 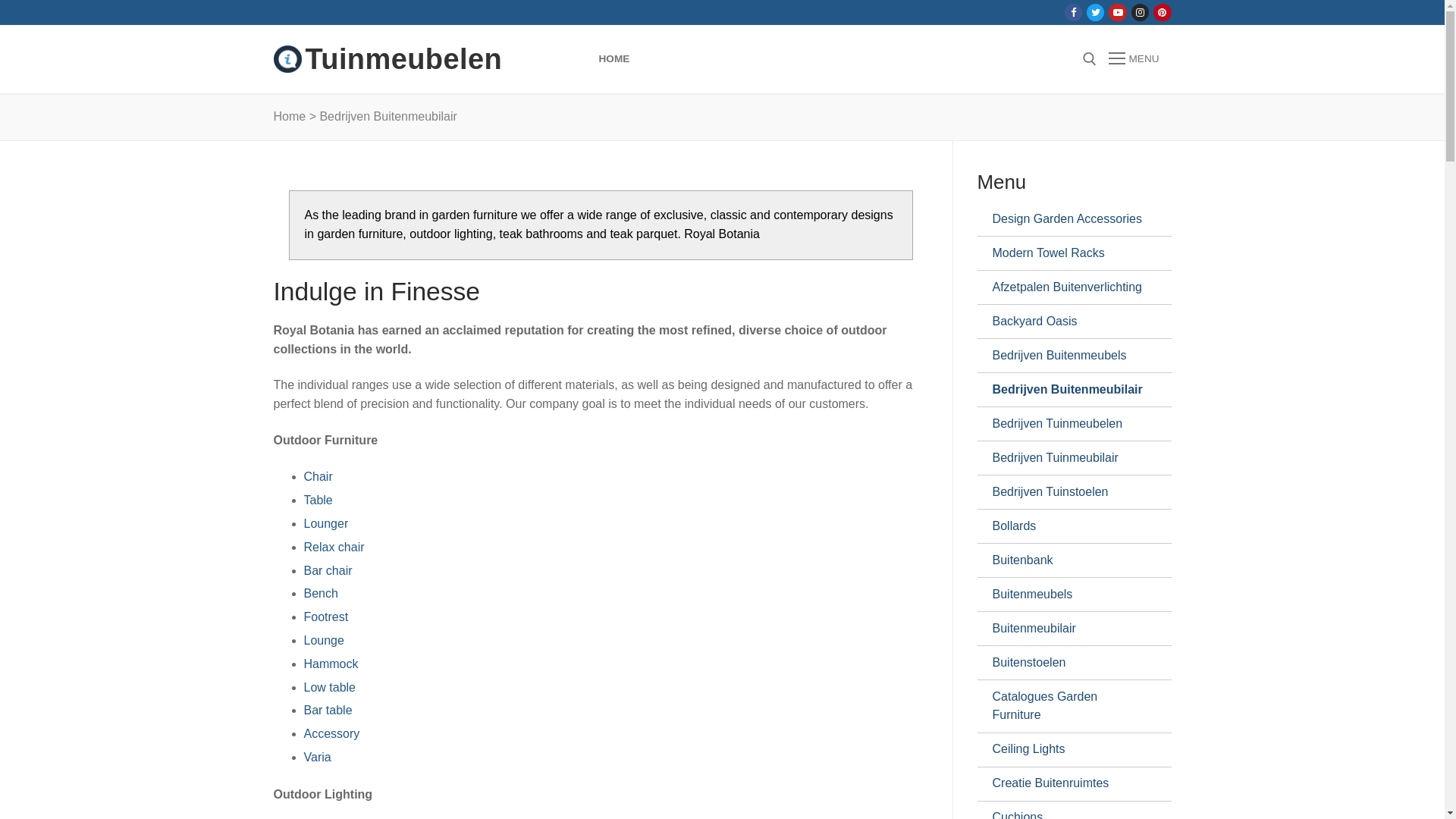 What do you see at coordinates (319, 592) in the screenshot?
I see `'Bench'` at bounding box center [319, 592].